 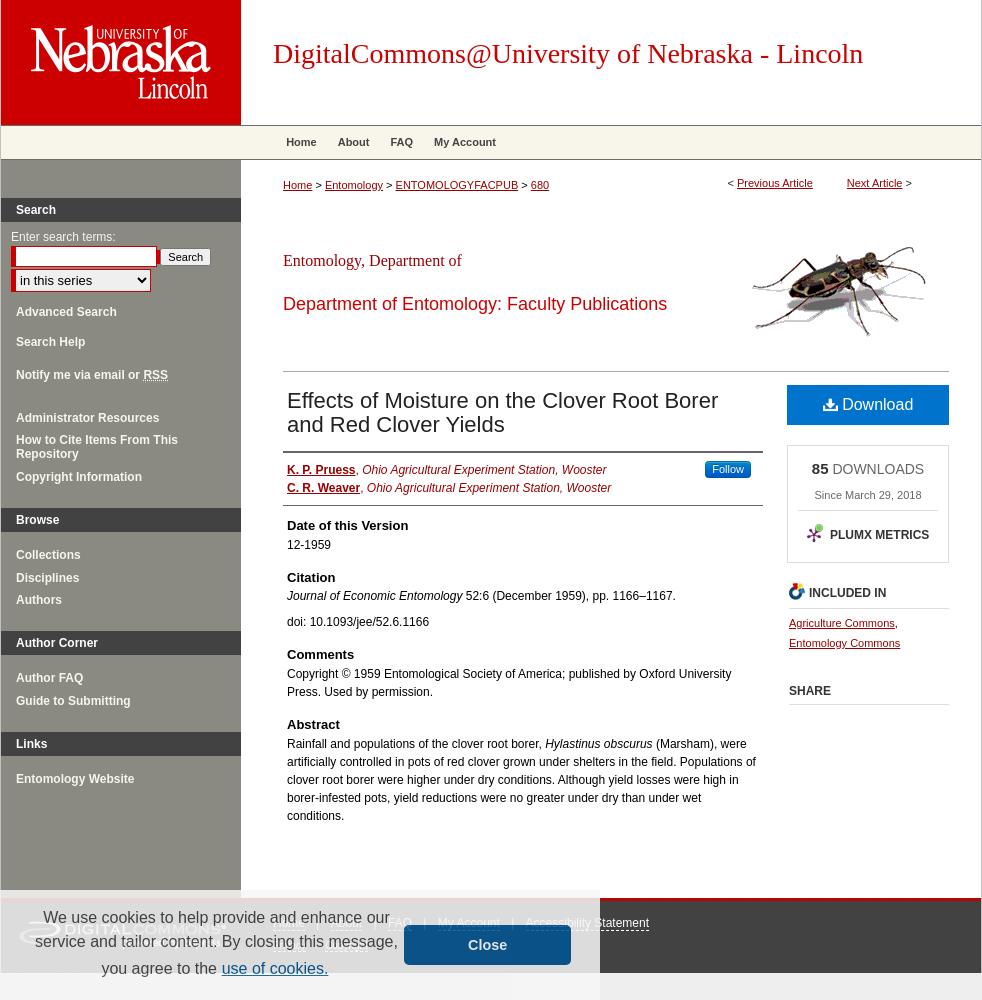 I want to click on '<', so click(x=730, y=183).